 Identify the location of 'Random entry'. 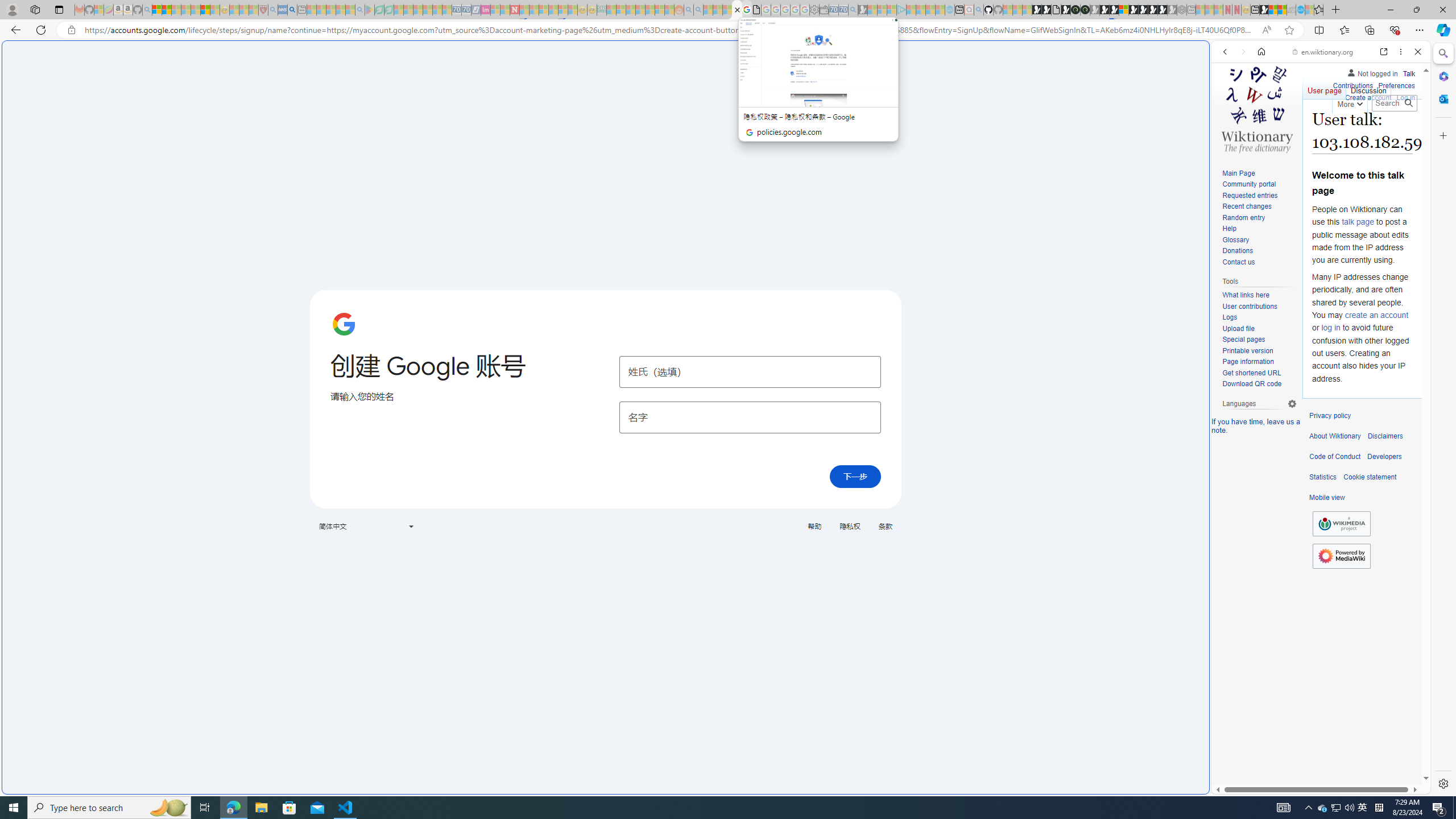
(1259, 217).